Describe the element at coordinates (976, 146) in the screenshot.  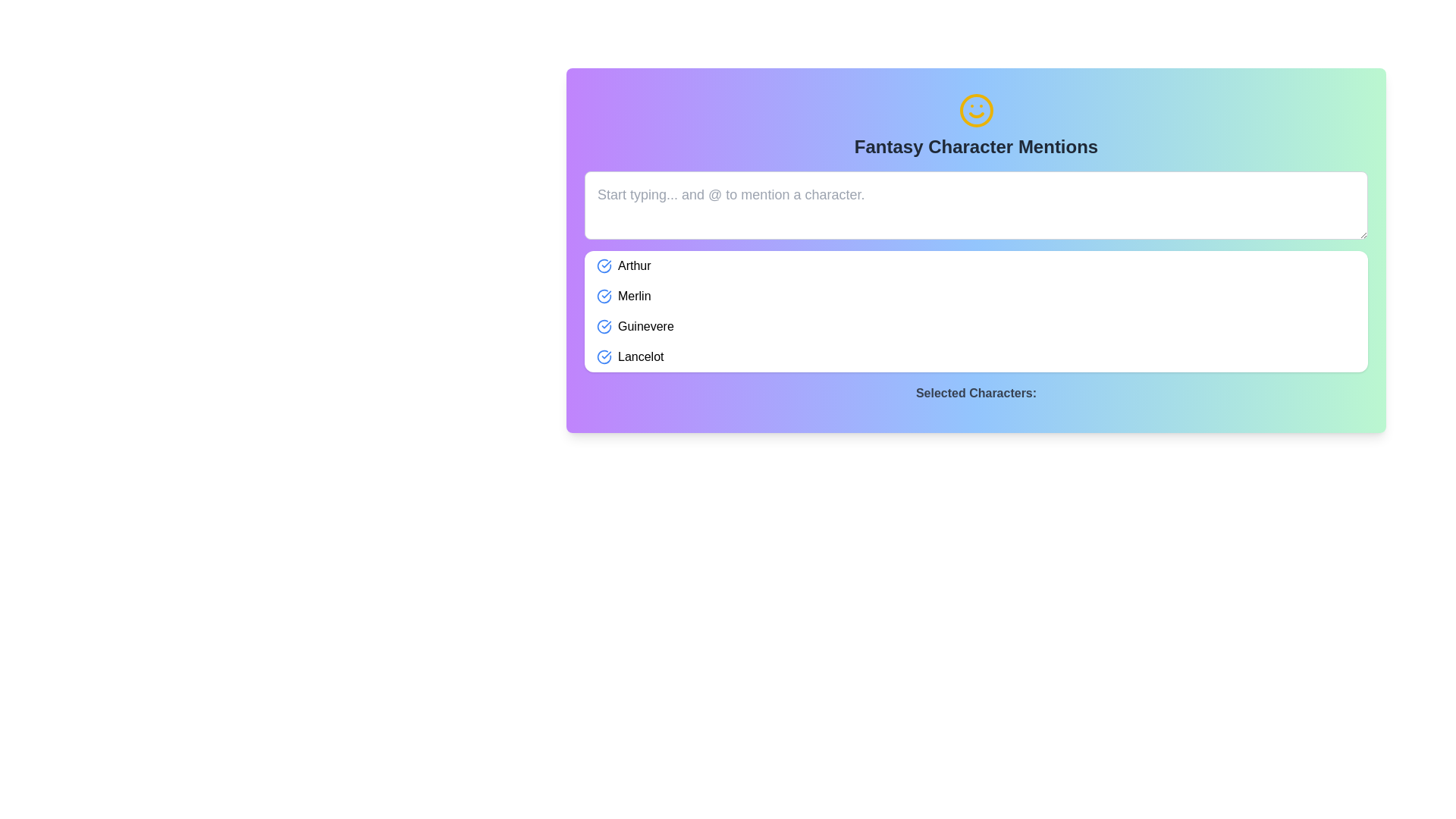
I see `the text label that provides context for the functionality or content beneath it, located below a yellow smiley-face icon and above an input field` at that location.